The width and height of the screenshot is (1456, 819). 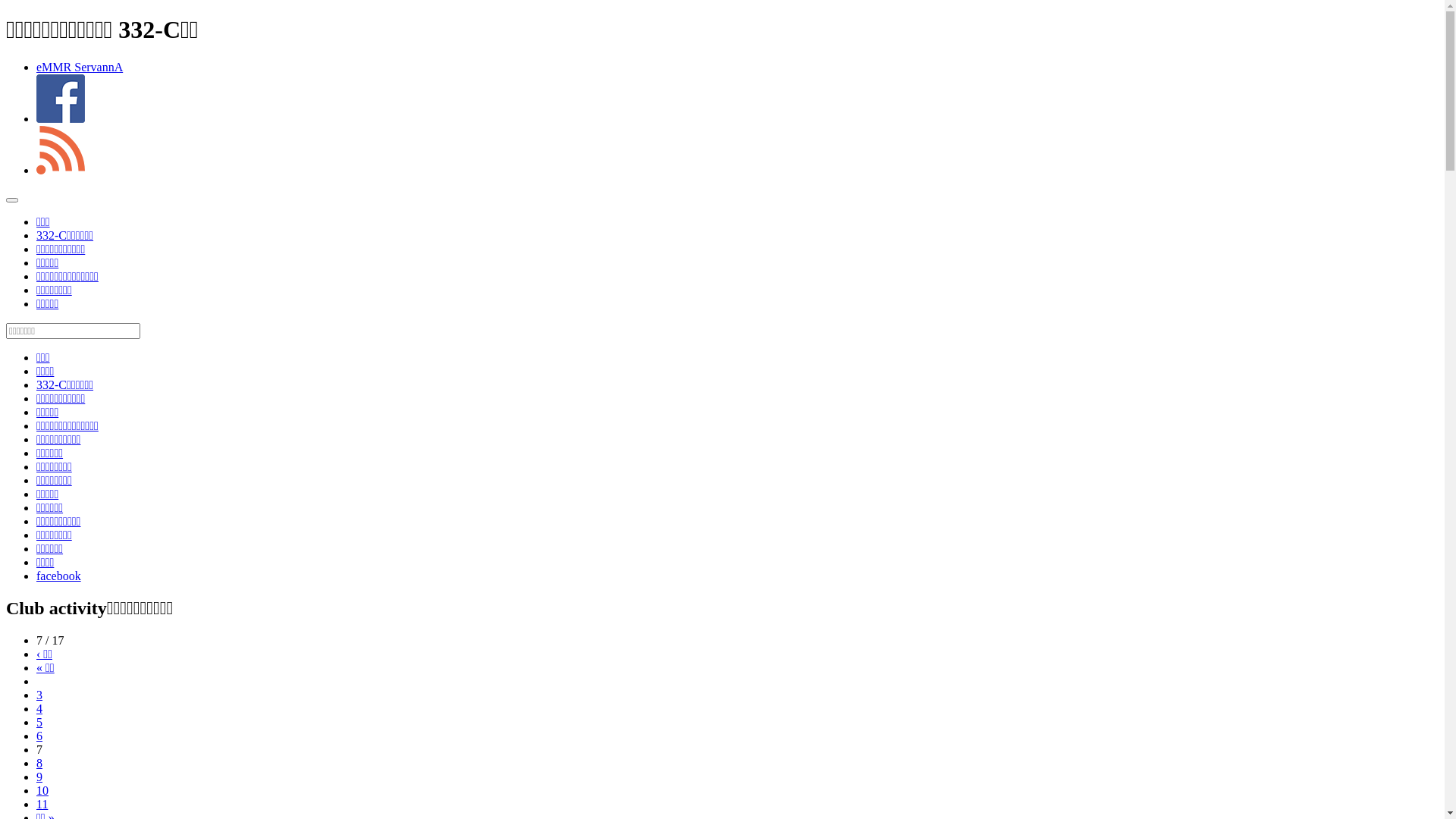 What do you see at coordinates (36, 777) in the screenshot?
I see `'9'` at bounding box center [36, 777].